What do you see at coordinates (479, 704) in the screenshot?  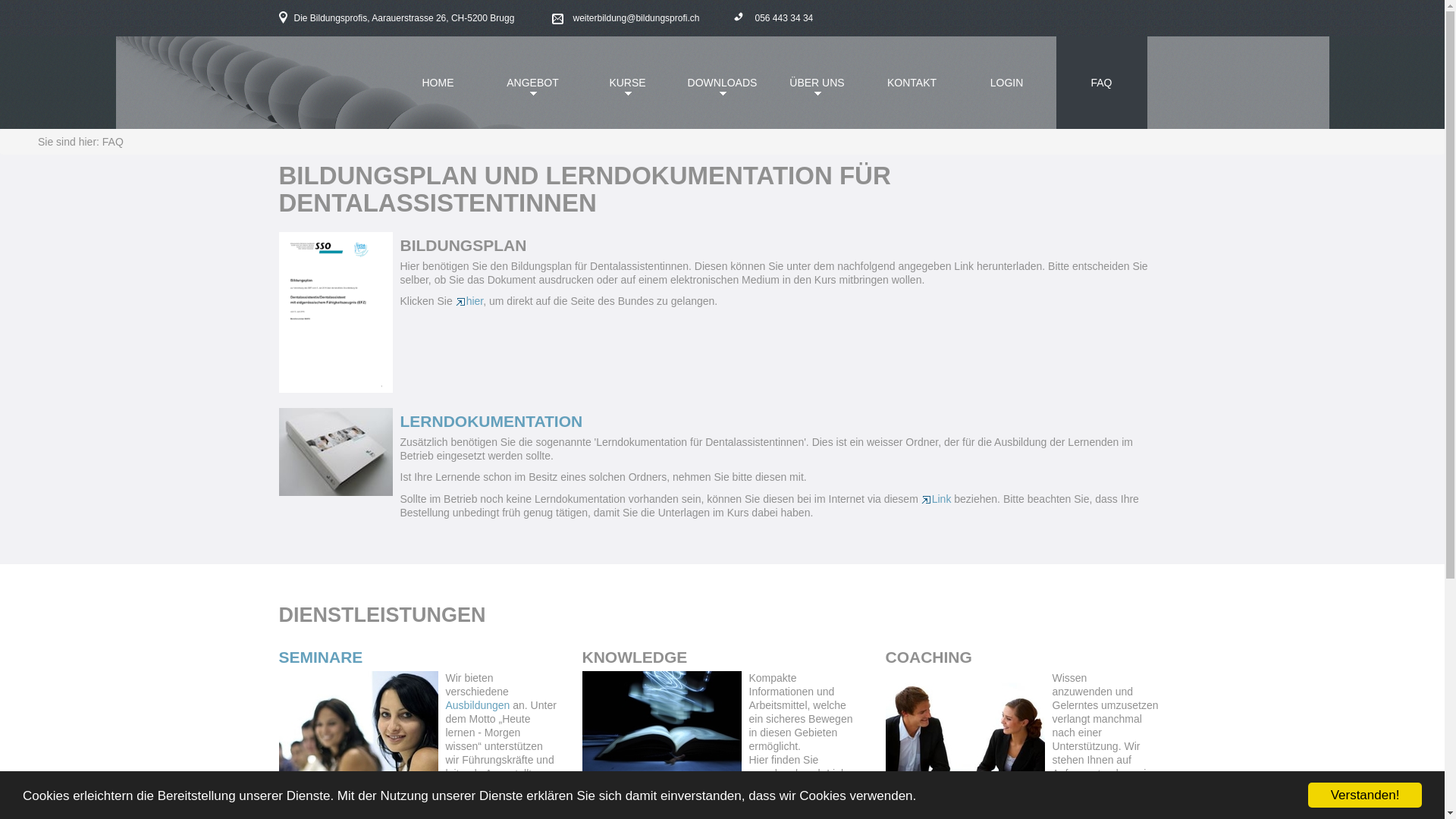 I see `'Ausbildungen'` at bounding box center [479, 704].